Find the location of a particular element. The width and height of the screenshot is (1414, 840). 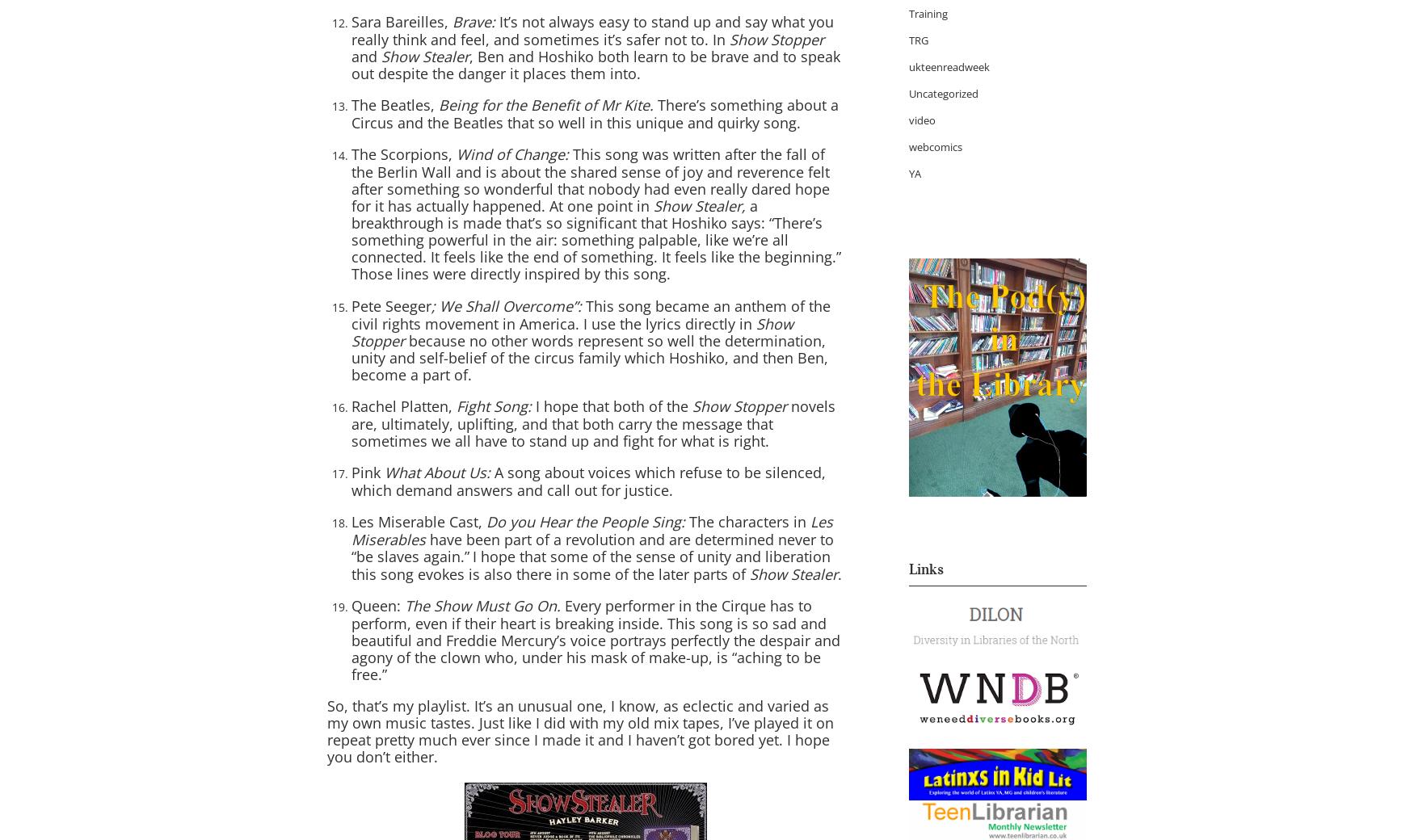

'a breakthrough is made that’s so significant that Hoshiko says: “There’s something powerful in the air: something palpable, like we’re all connected. It feels like the end of something. It feels like the beginning.”' is located at coordinates (595, 230).